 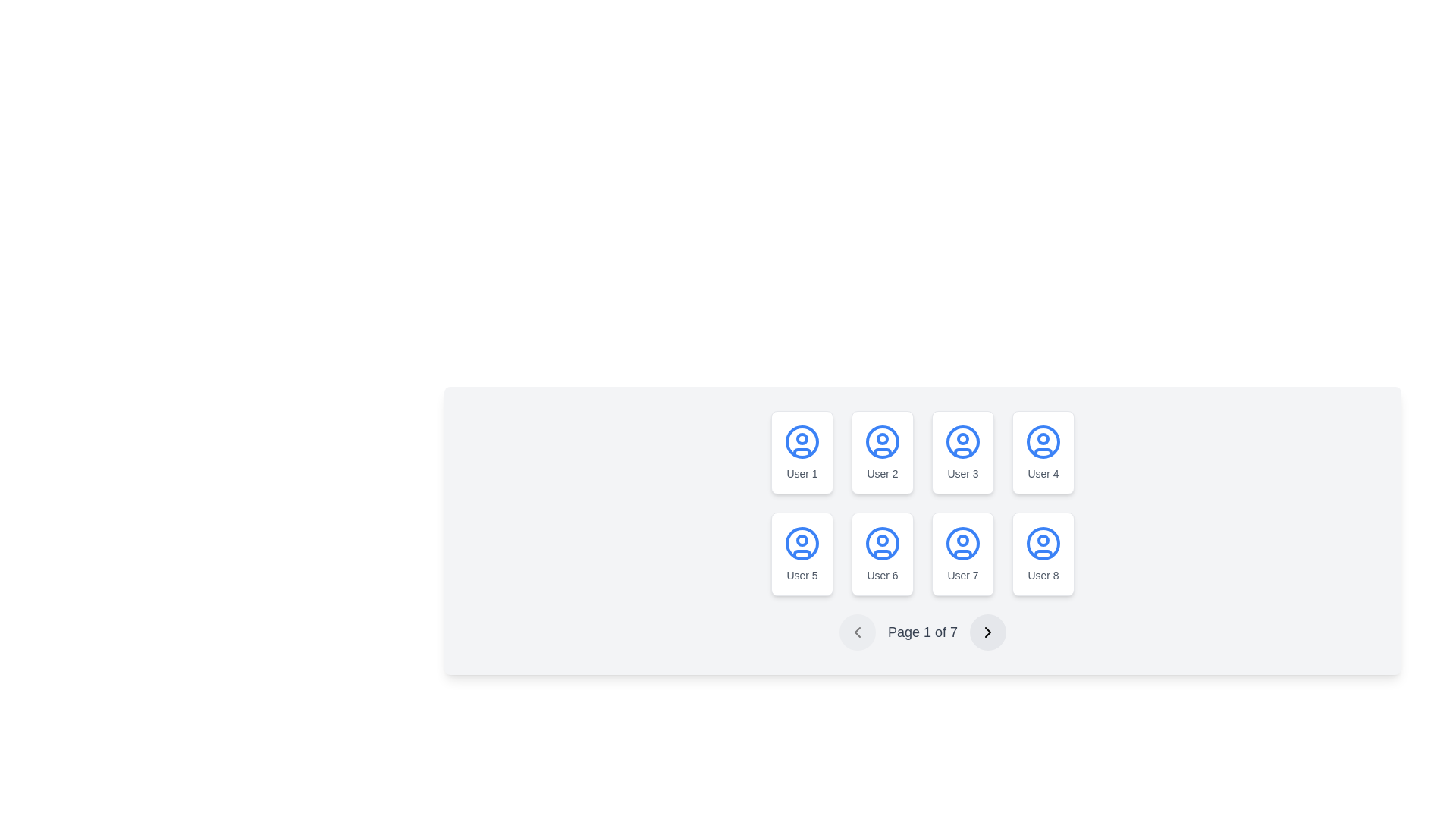 What do you see at coordinates (962, 554) in the screenshot?
I see `the Profile Card containing the user profile icon and the label 'User 7', located in the second row and third column of the grid` at bounding box center [962, 554].